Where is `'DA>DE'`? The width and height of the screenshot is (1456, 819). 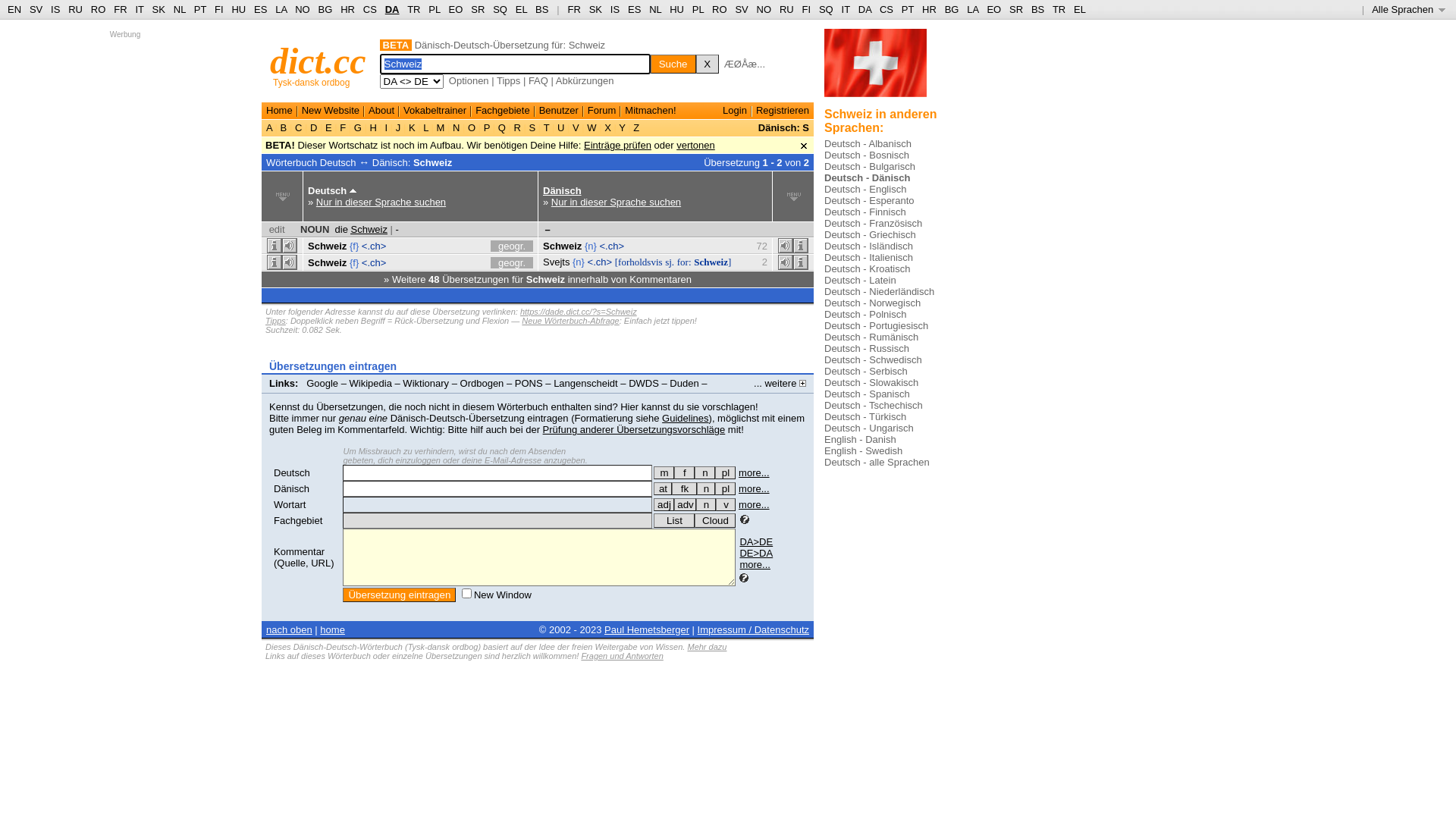 'DA>DE' is located at coordinates (756, 541).